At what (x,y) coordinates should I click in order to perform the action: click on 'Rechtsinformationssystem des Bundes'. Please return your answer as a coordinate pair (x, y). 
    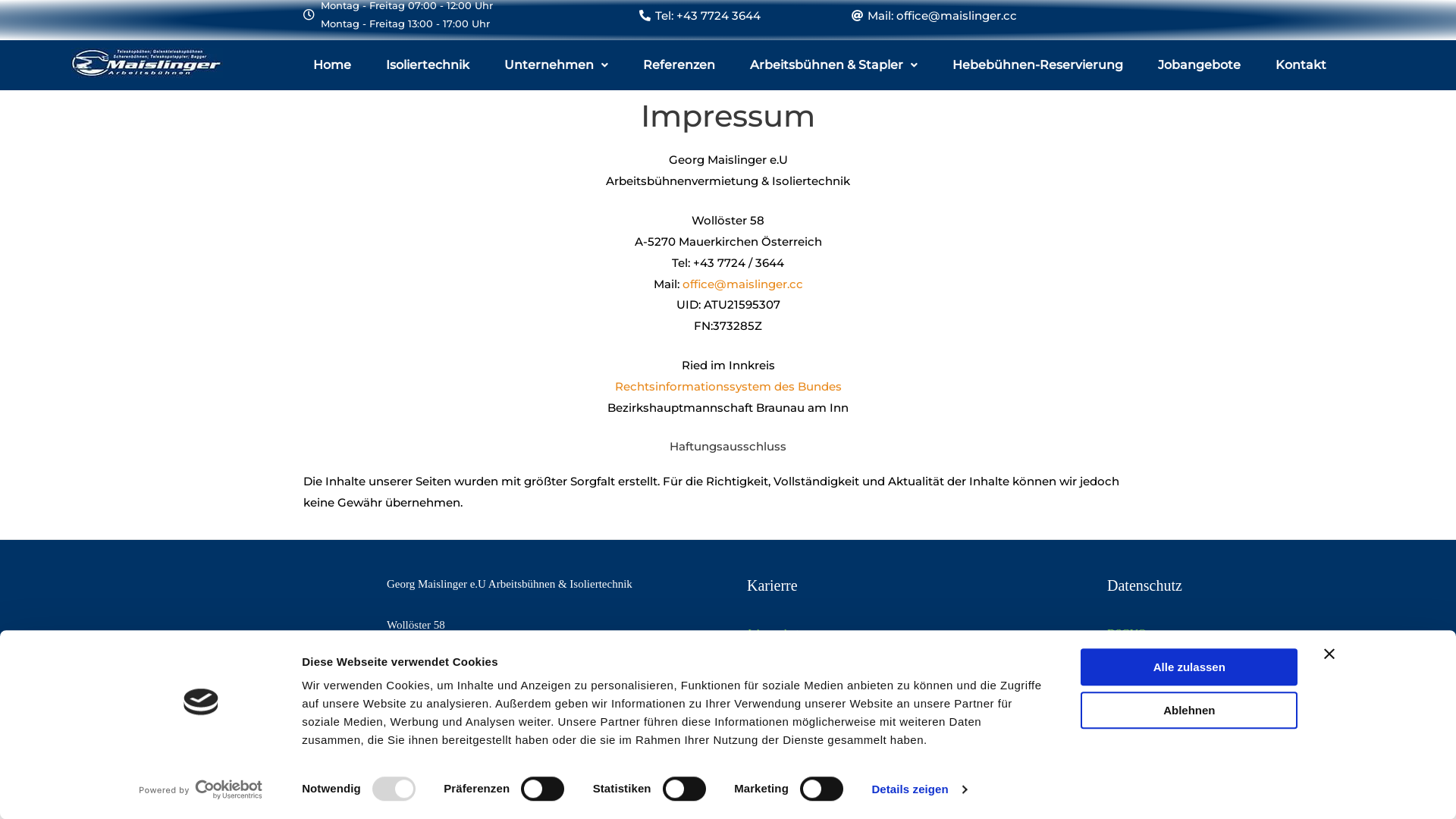
    Looking at the image, I should click on (726, 385).